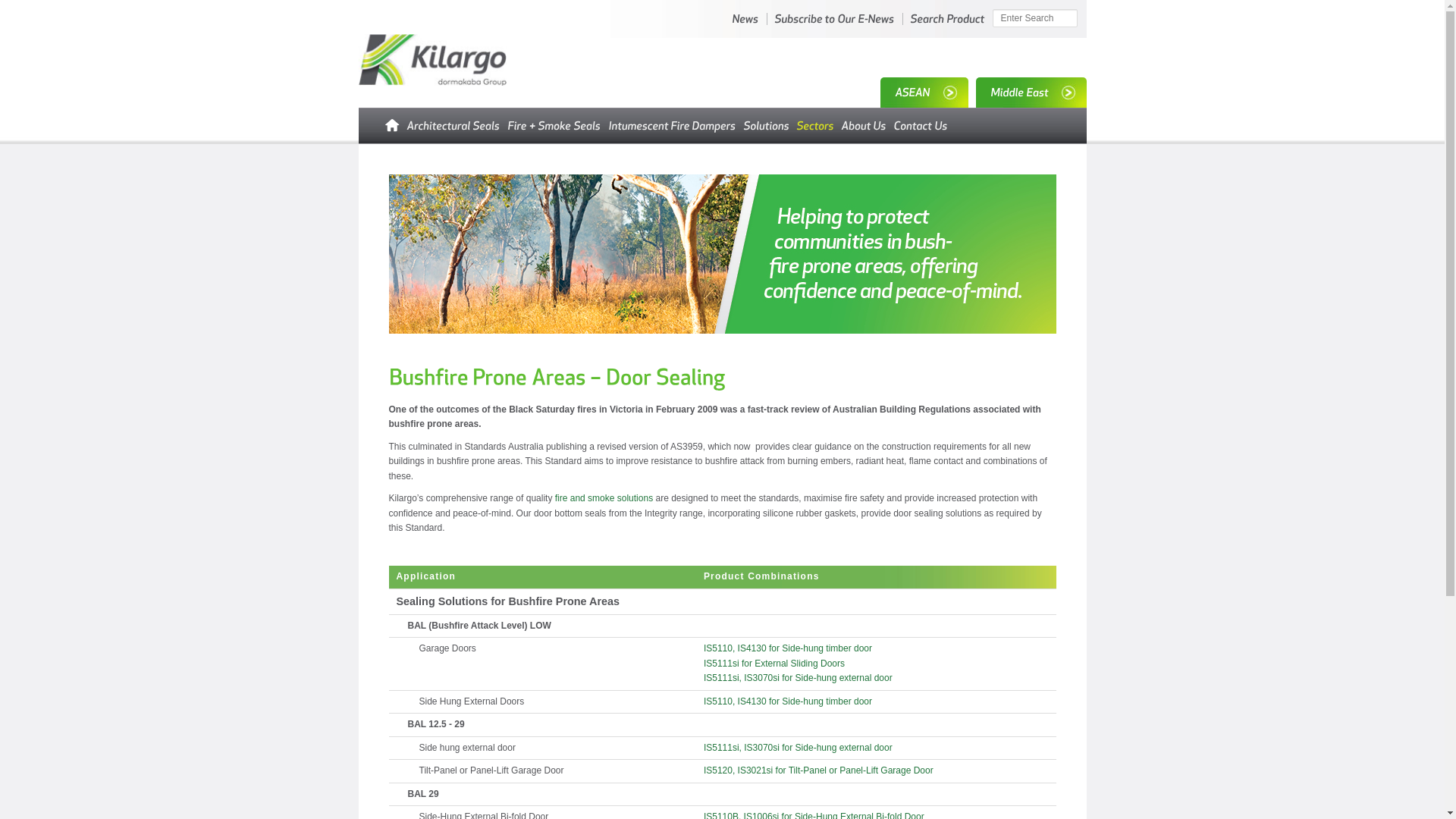  What do you see at coordinates (787, 701) in the screenshot?
I see `'IS5110, IS4130 for Side-hung timber door'` at bounding box center [787, 701].